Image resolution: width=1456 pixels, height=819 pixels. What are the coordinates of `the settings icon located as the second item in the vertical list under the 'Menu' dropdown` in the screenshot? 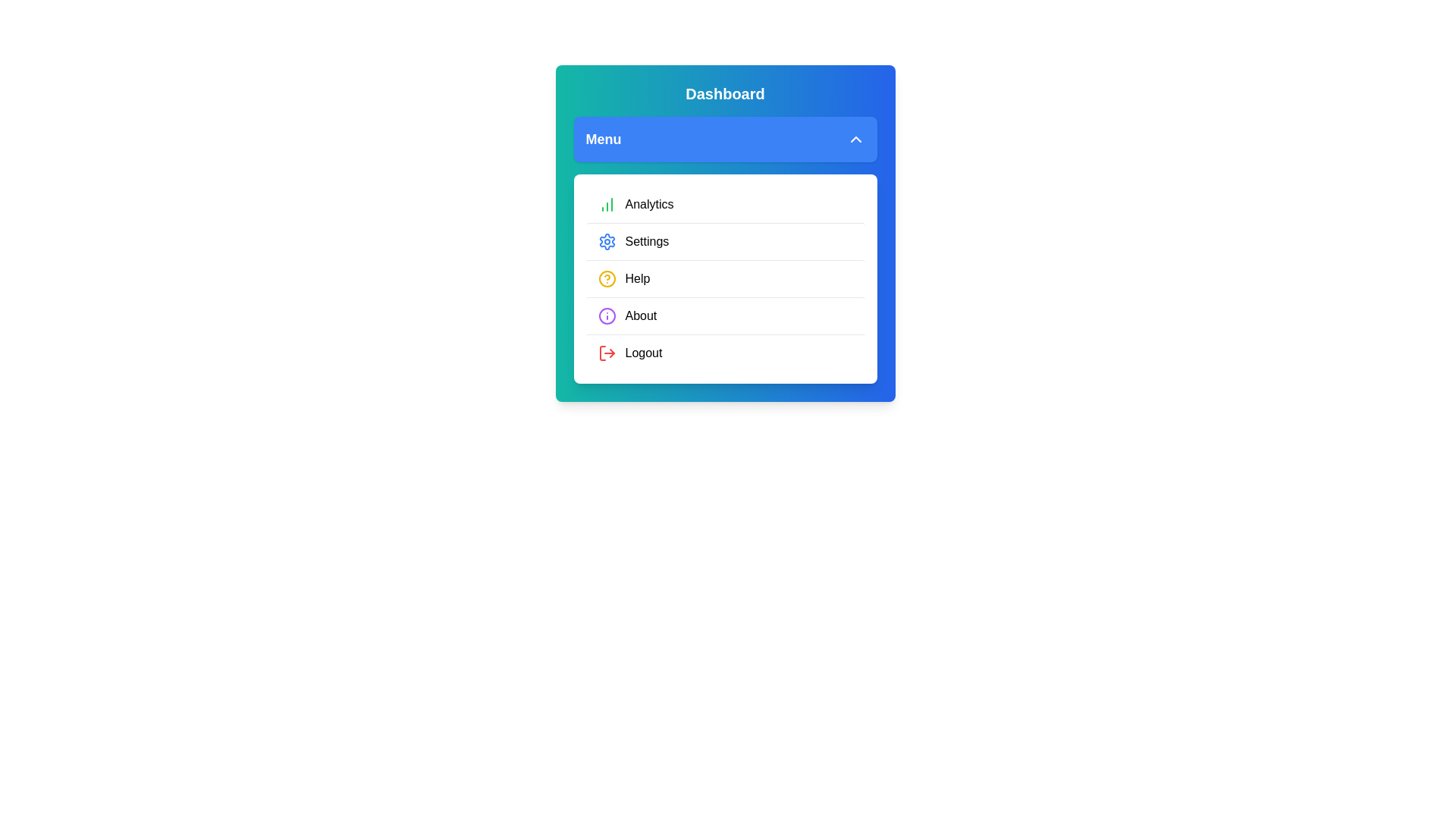 It's located at (607, 241).